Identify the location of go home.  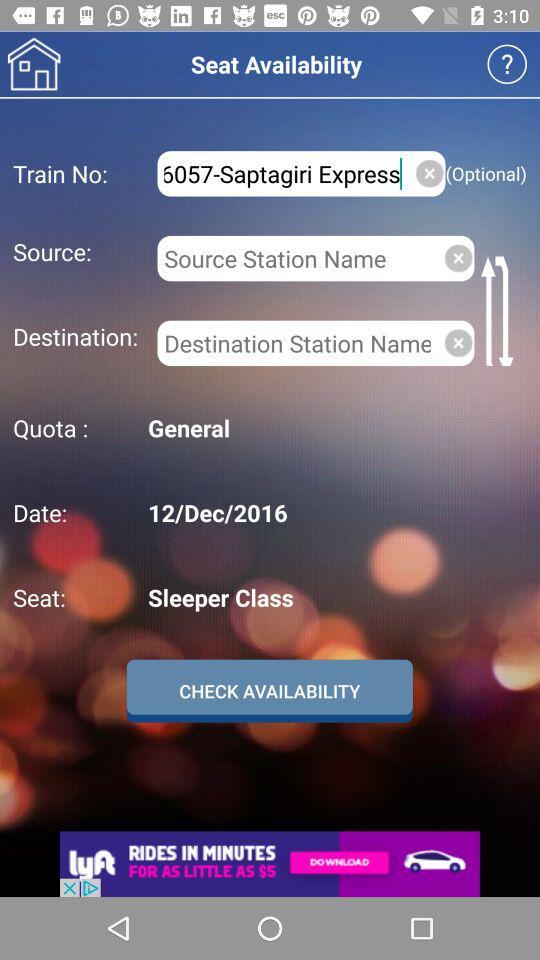
(33, 64).